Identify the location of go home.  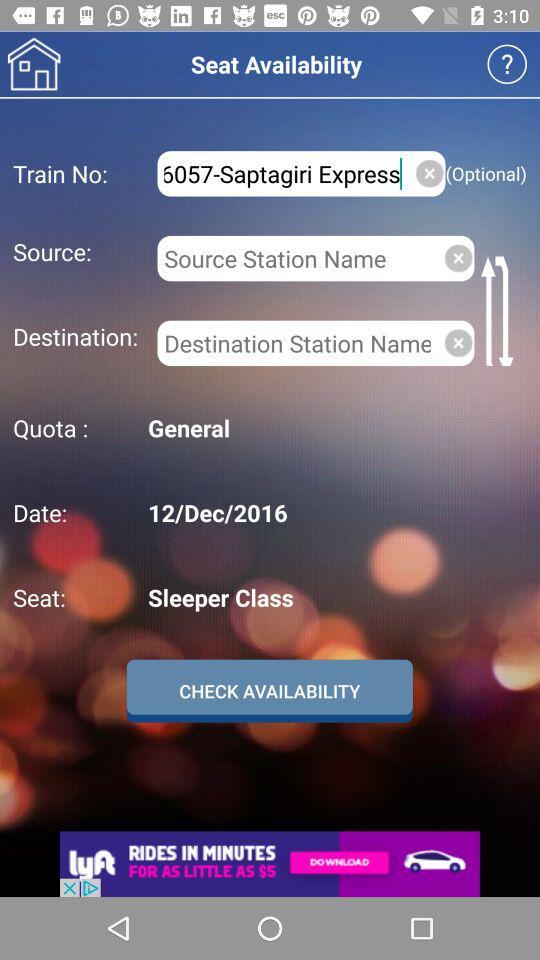
(33, 64).